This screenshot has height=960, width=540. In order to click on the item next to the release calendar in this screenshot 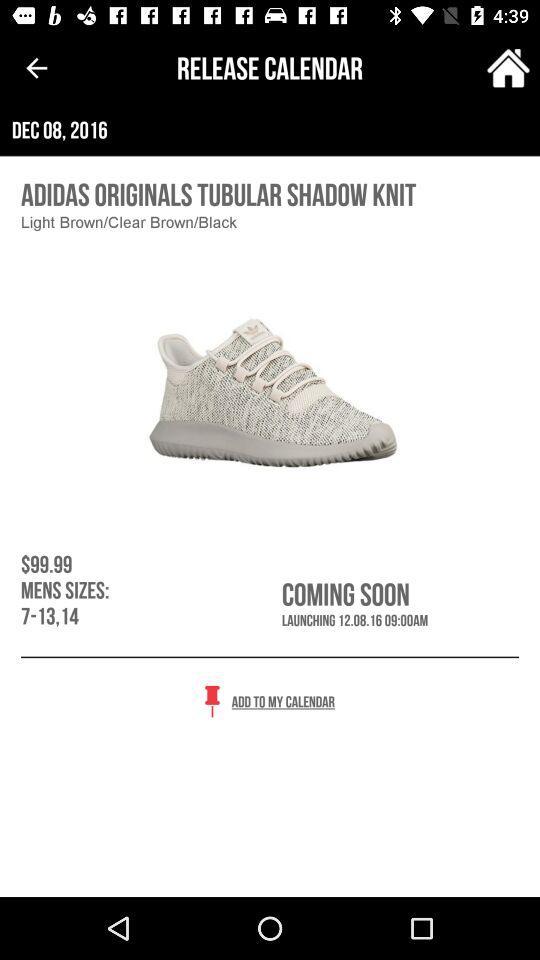, I will do `click(508, 68)`.